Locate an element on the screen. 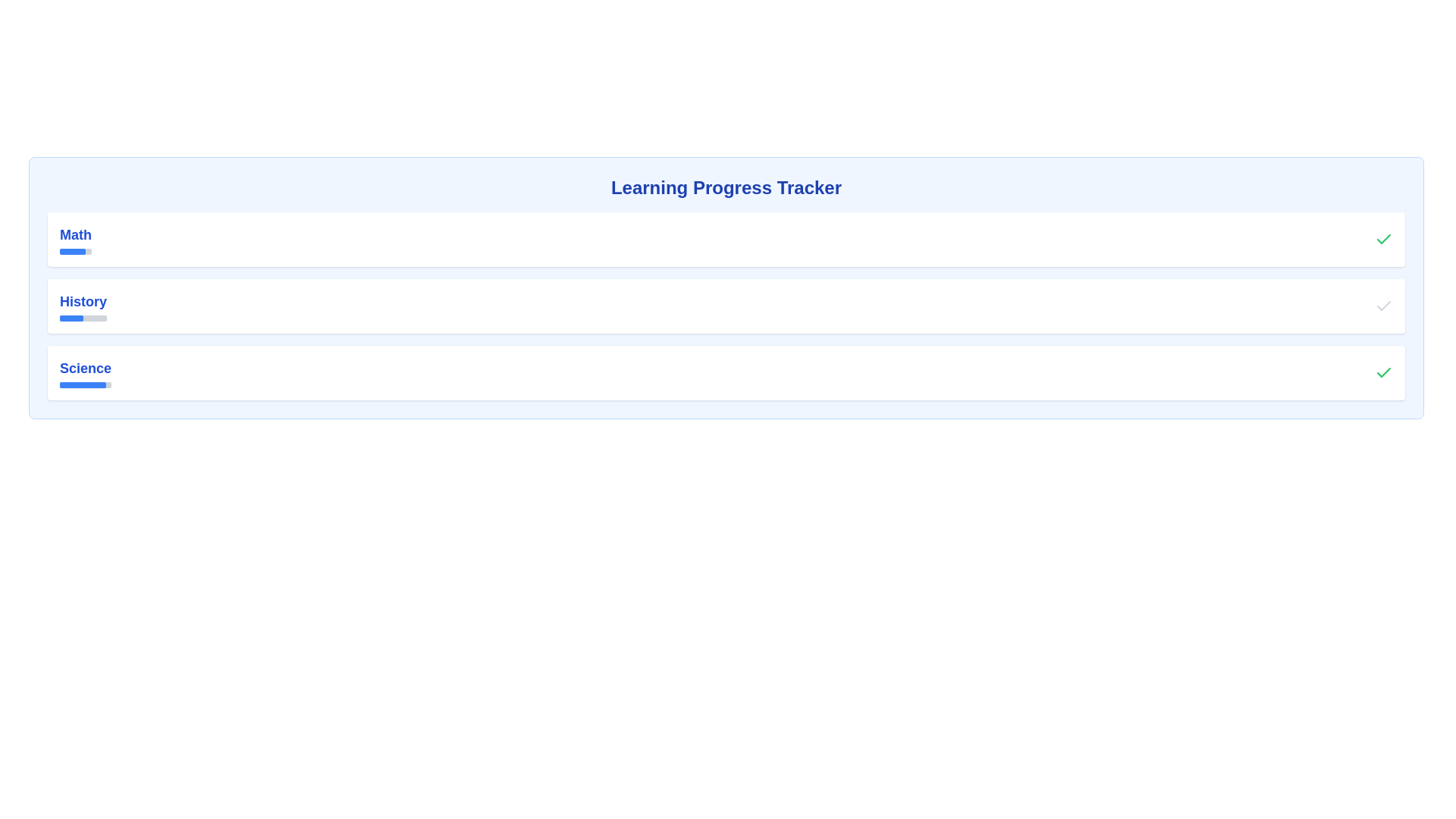 The image size is (1456, 819). the blue filled portion of the progress indicator bar located below the 'Science' label as a visual indicator is located at coordinates (82, 384).